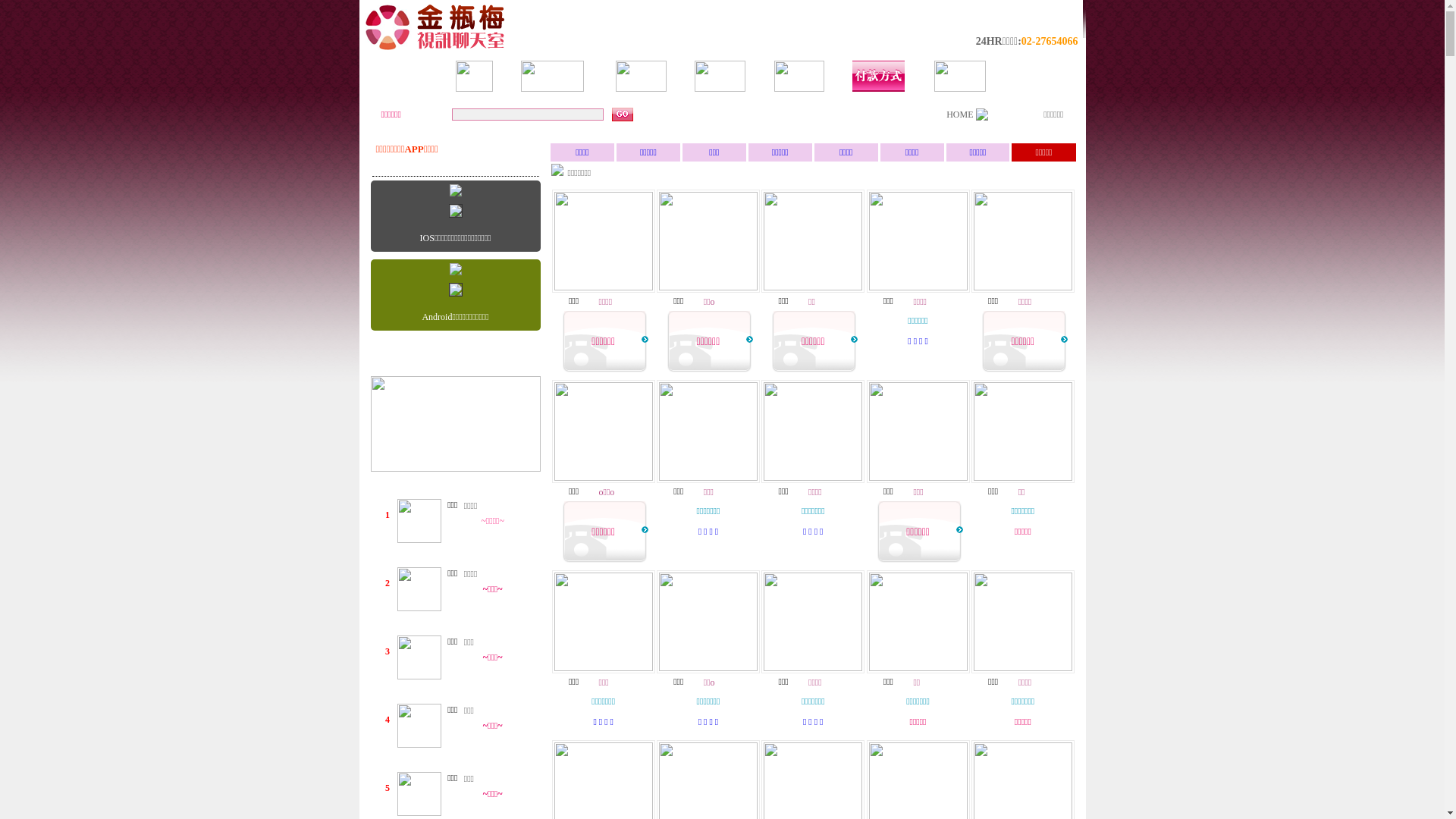  Describe the element at coordinates (959, 113) in the screenshot. I see `'HOME'` at that location.